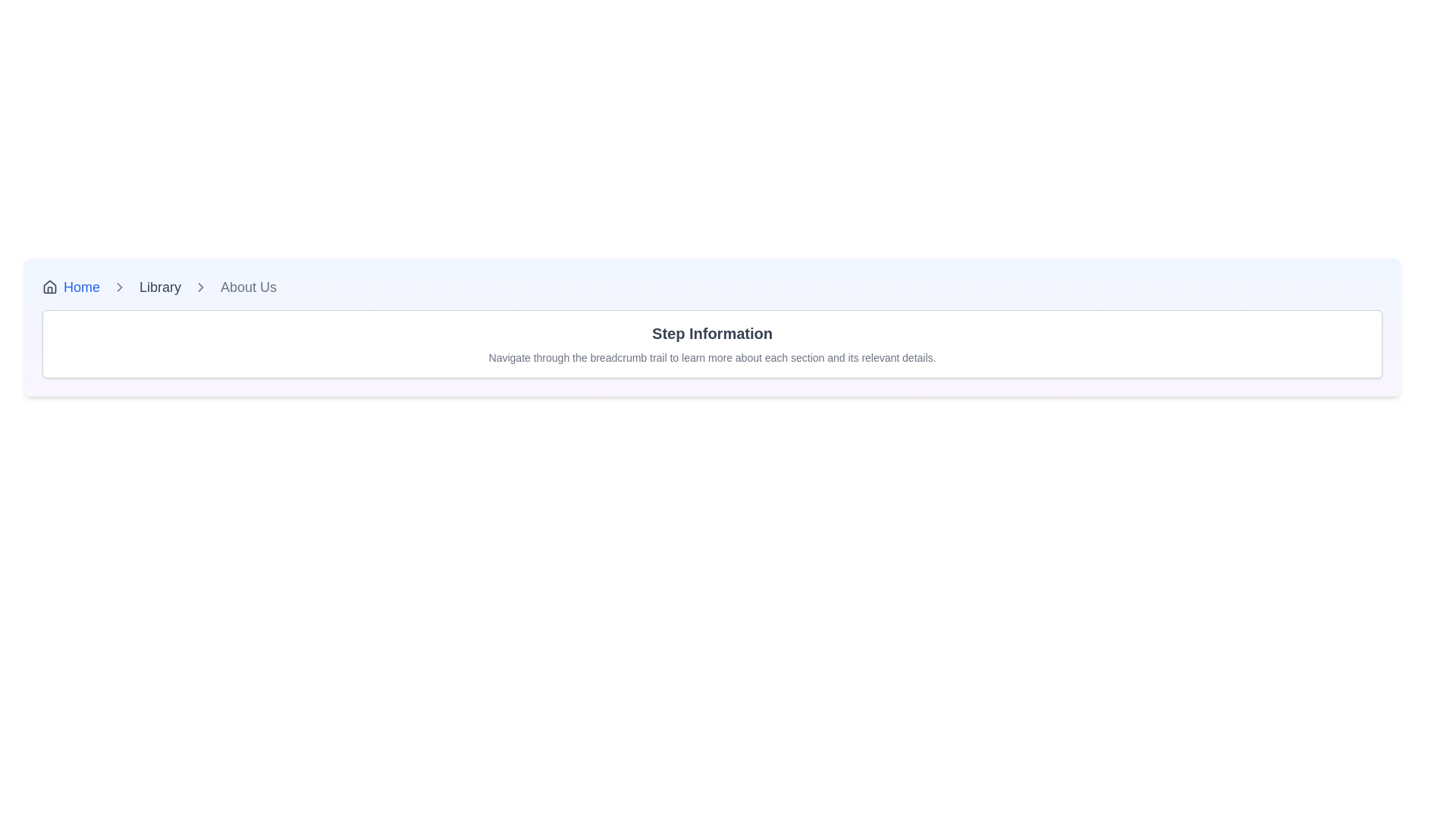 This screenshot has height=819, width=1456. What do you see at coordinates (711, 332) in the screenshot?
I see `text-based heading element that serves as a title for the section, located at the top of the content block` at bounding box center [711, 332].